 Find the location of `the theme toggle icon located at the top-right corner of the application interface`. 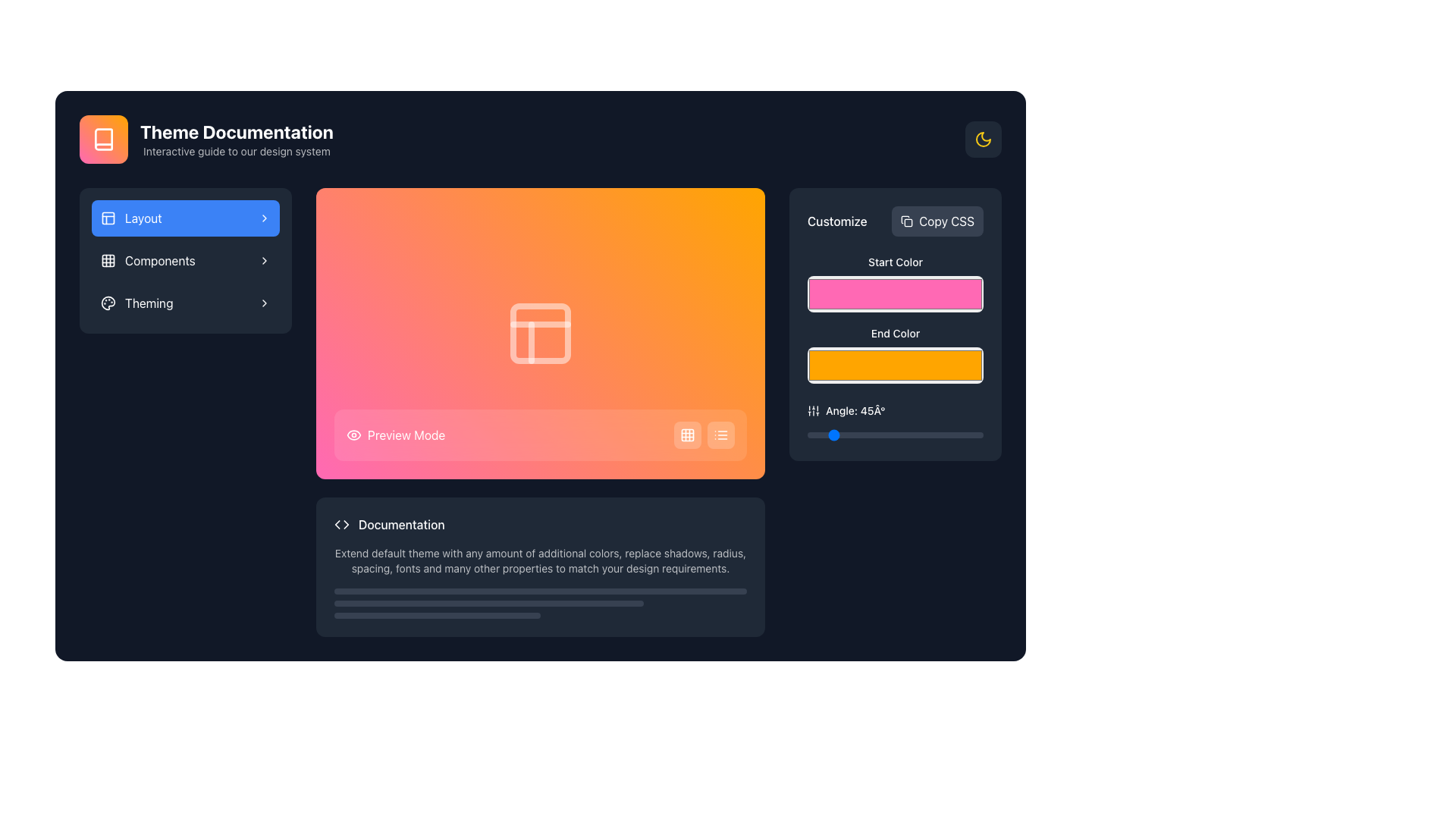

the theme toggle icon located at the top-right corner of the application interface is located at coordinates (983, 140).